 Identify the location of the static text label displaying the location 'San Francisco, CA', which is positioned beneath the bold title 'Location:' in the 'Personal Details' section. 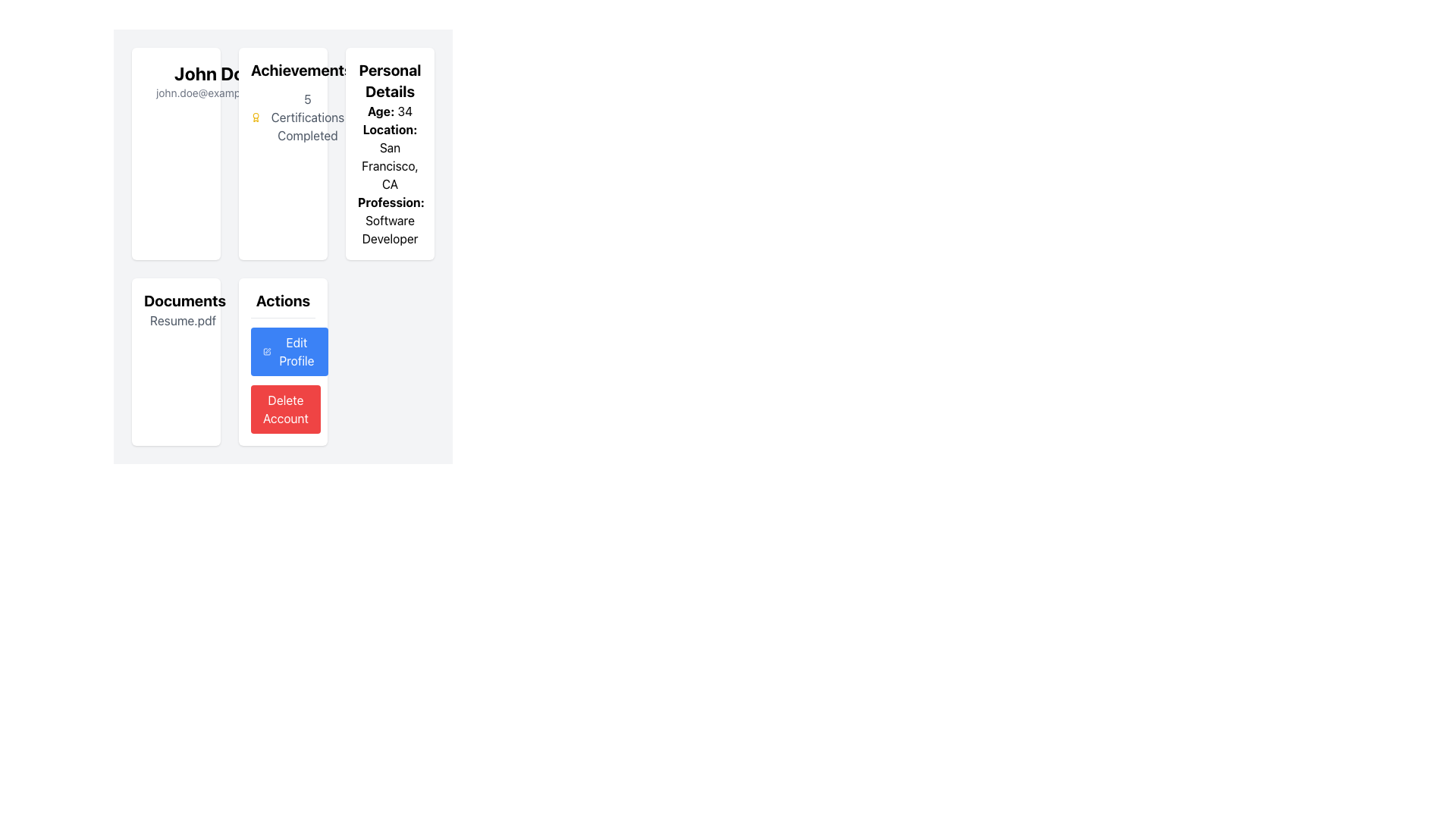
(390, 157).